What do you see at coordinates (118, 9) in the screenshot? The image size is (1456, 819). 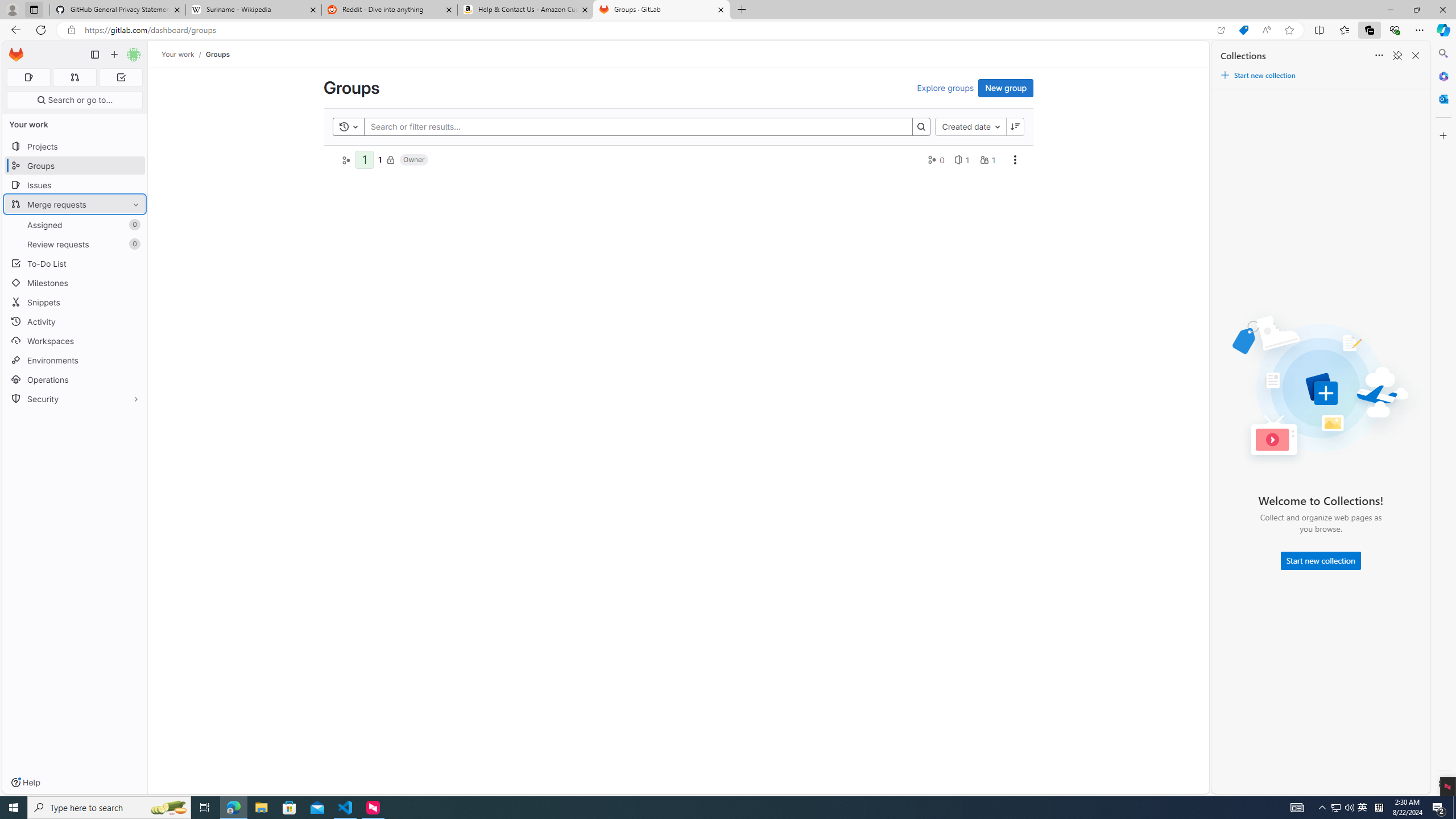 I see `'GitHub General Privacy Statement - GitHub Docs'` at bounding box center [118, 9].